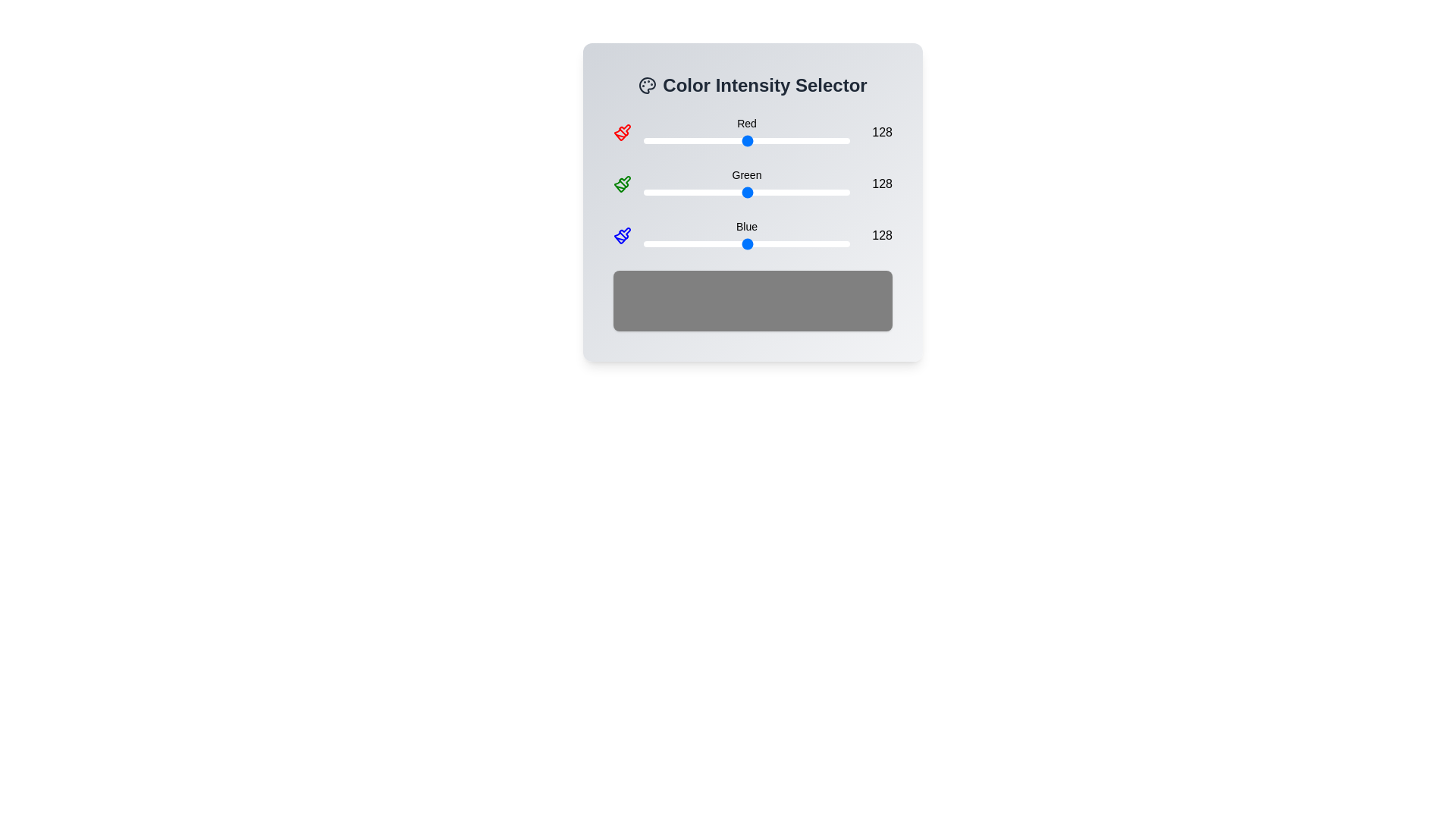 Image resolution: width=1456 pixels, height=819 pixels. I want to click on the green color intensity, so click(811, 192).